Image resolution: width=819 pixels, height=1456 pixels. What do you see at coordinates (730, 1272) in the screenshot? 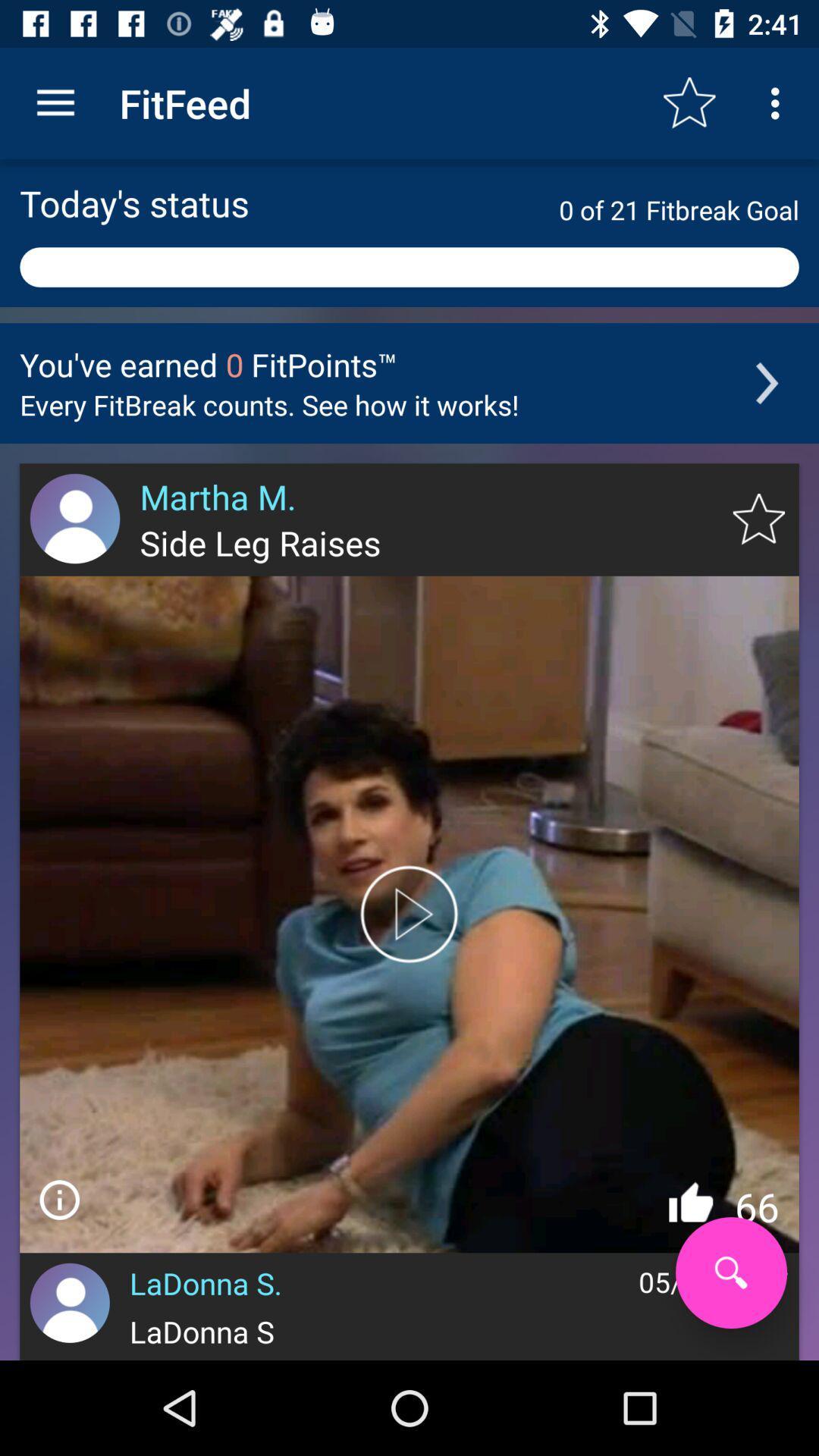
I see `the search icon` at bounding box center [730, 1272].